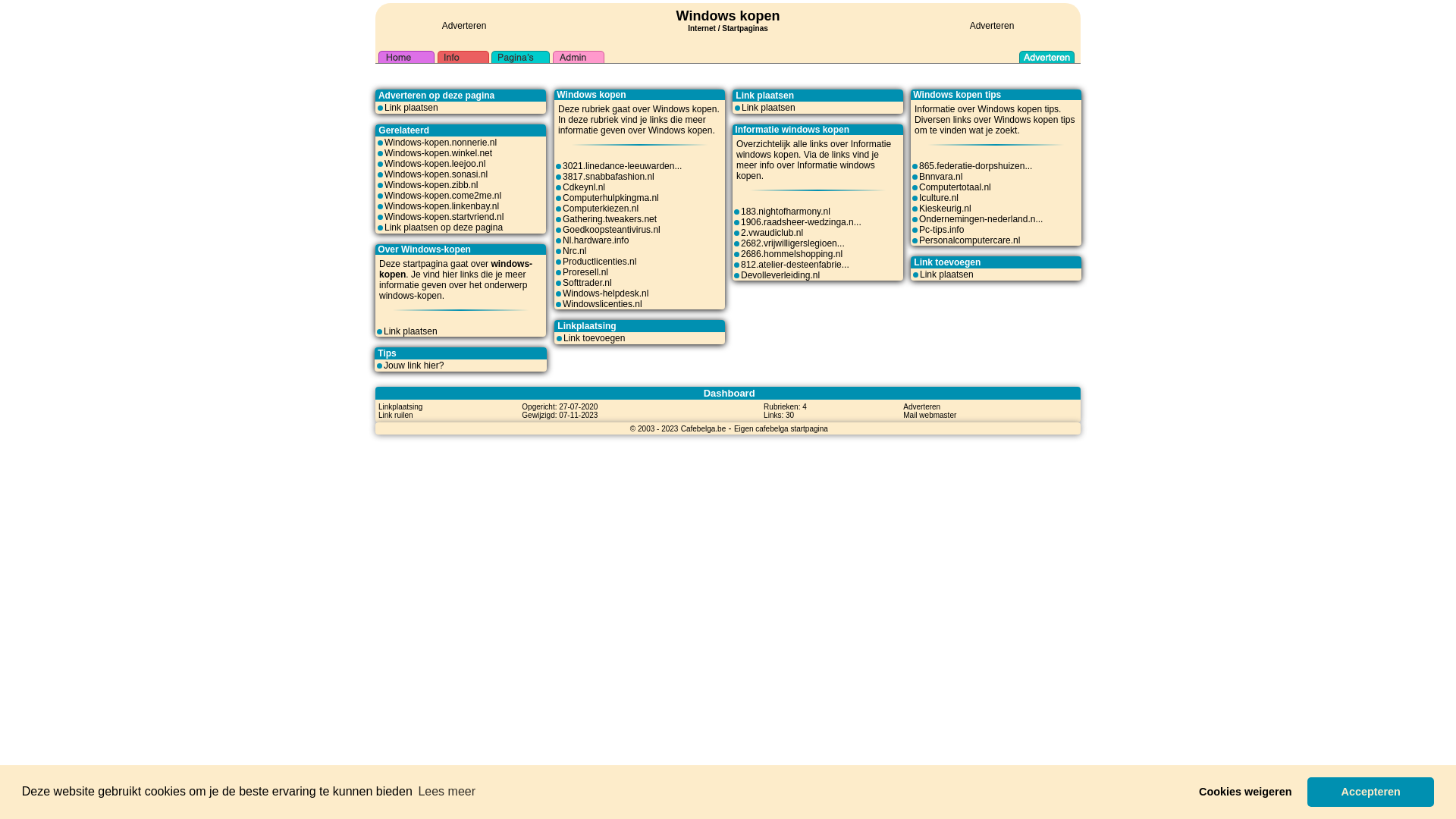  Describe the element at coordinates (622, 166) in the screenshot. I see `'3021.linedance-leeuwarden...'` at that location.